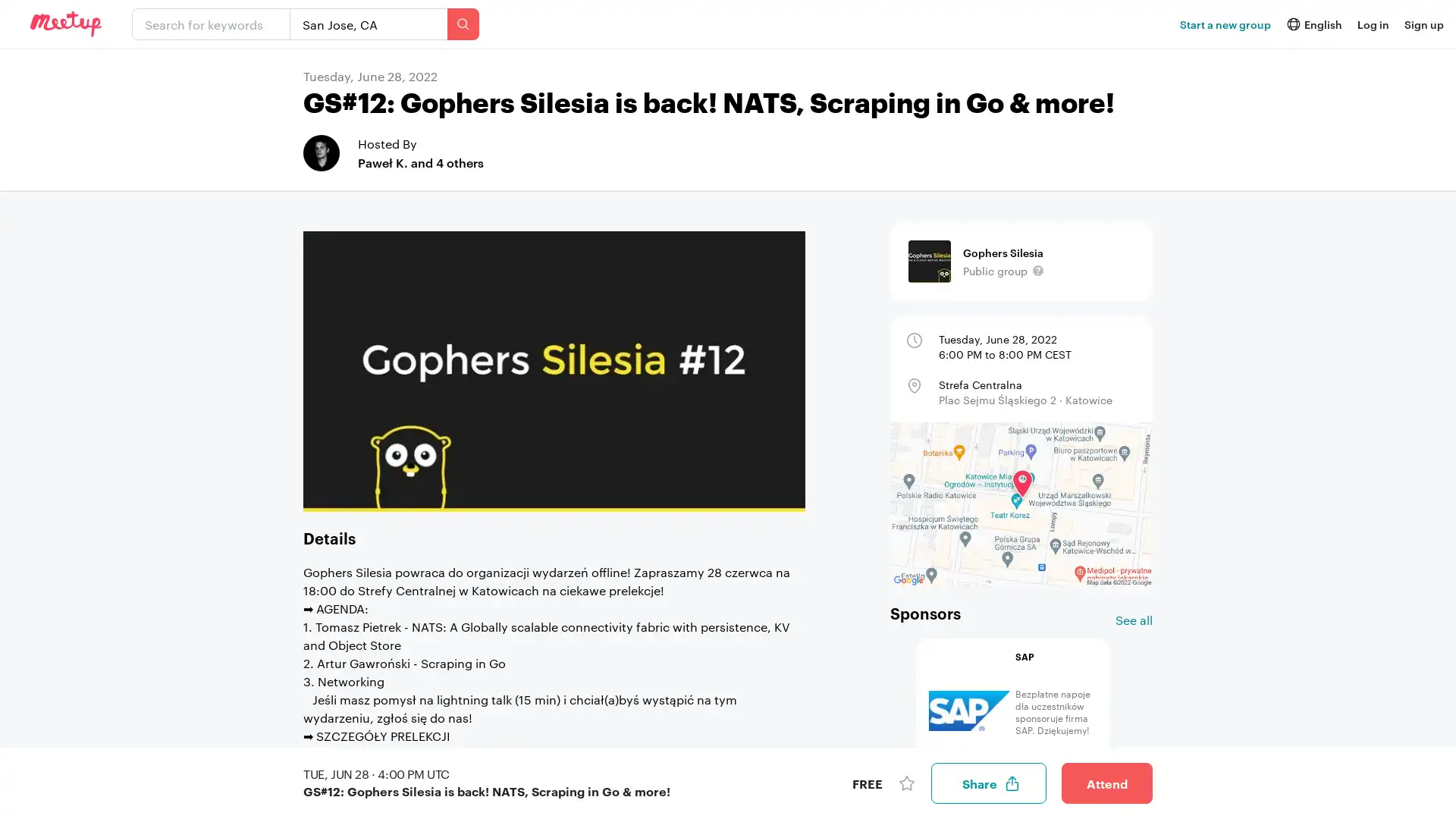 The width and height of the screenshot is (1456, 819). What do you see at coordinates (1037, 270) in the screenshot?
I see `This groups content, including its members and event details, are visible to the public.` at bounding box center [1037, 270].